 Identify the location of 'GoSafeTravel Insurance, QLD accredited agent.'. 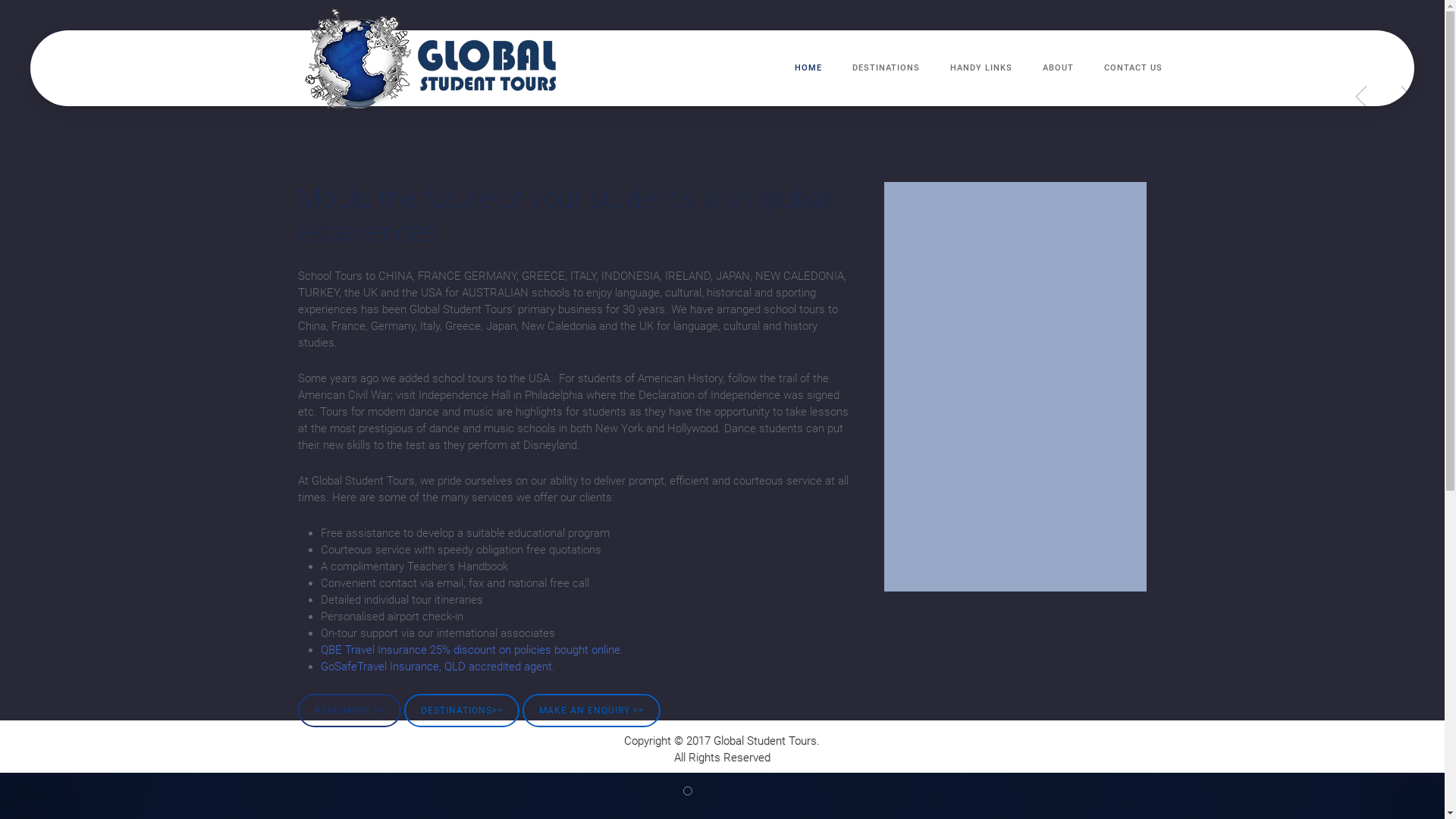
(436, 666).